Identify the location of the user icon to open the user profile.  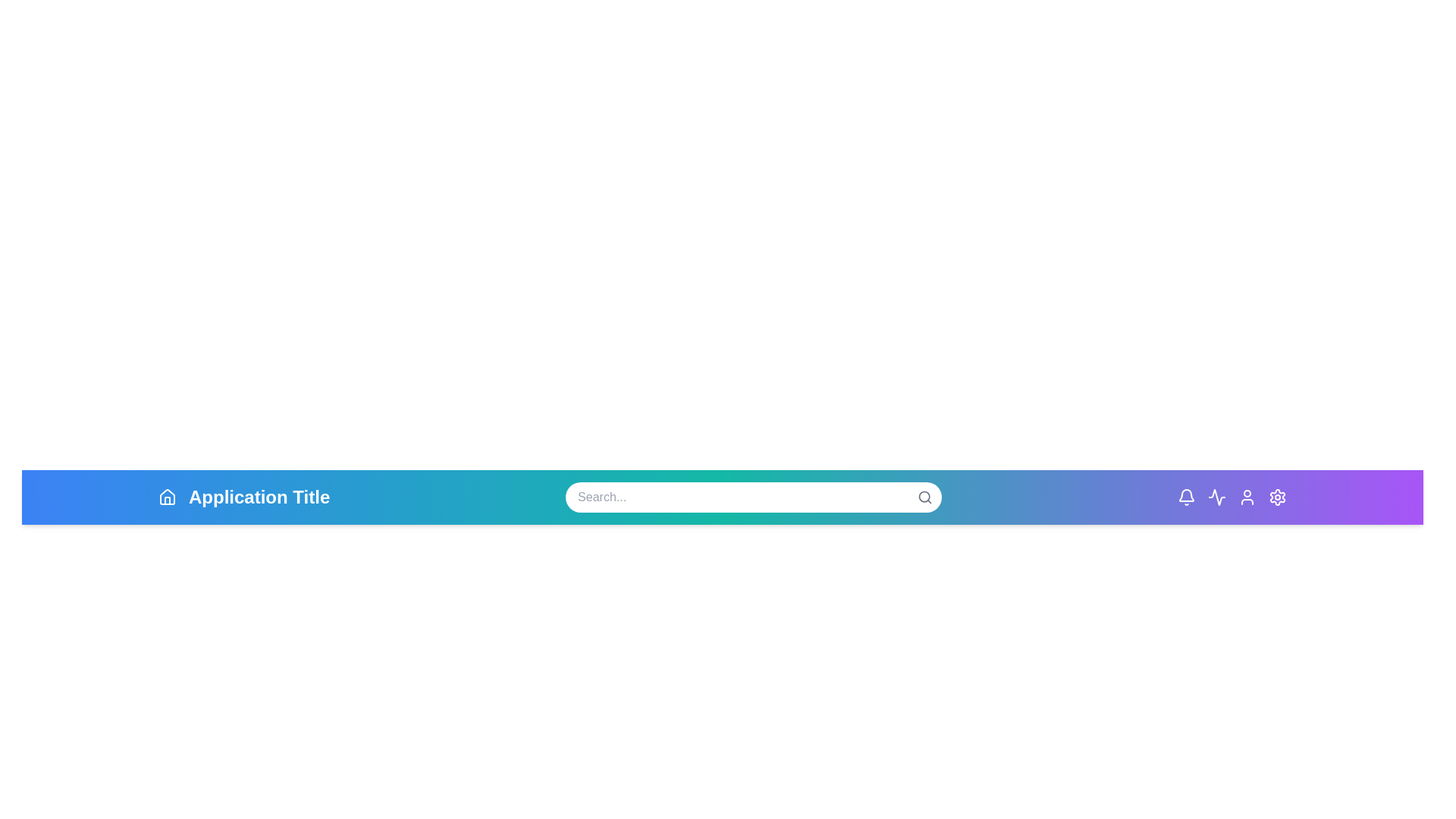
(1247, 497).